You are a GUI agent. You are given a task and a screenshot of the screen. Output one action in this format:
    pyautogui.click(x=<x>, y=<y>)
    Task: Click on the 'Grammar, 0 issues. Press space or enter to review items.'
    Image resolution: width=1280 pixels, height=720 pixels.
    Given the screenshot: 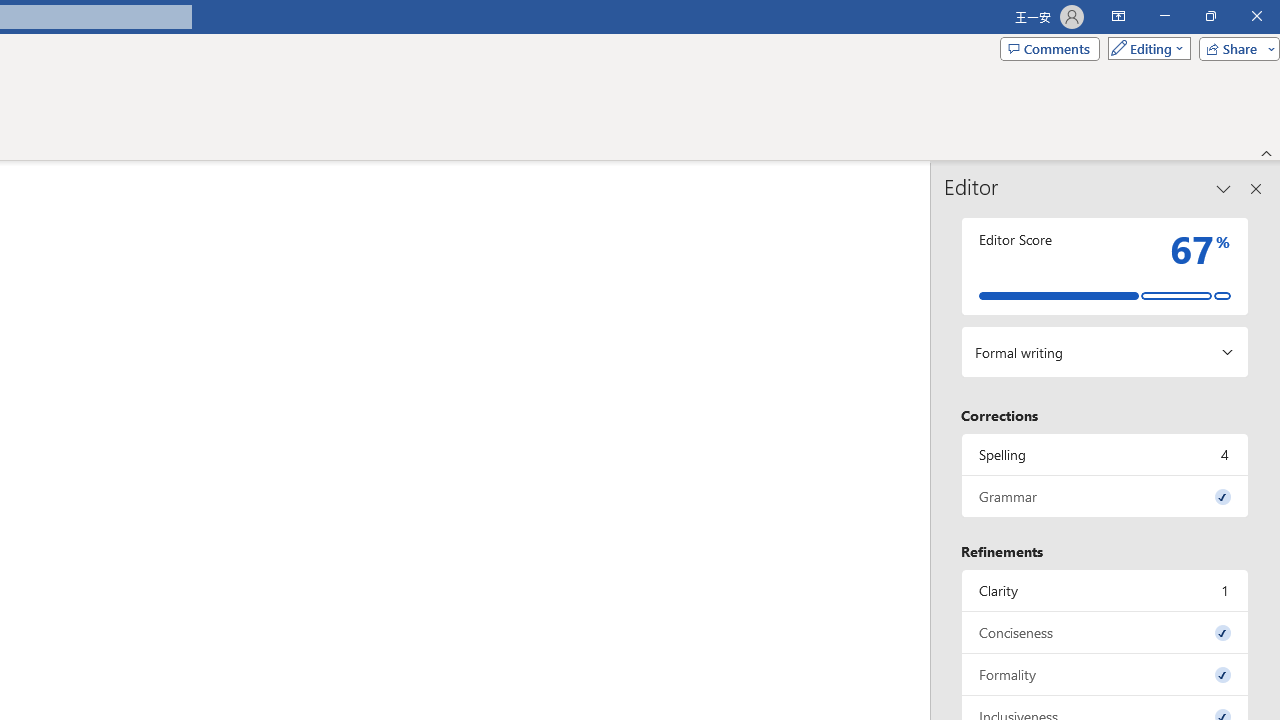 What is the action you would take?
    pyautogui.click(x=1104, y=495)
    